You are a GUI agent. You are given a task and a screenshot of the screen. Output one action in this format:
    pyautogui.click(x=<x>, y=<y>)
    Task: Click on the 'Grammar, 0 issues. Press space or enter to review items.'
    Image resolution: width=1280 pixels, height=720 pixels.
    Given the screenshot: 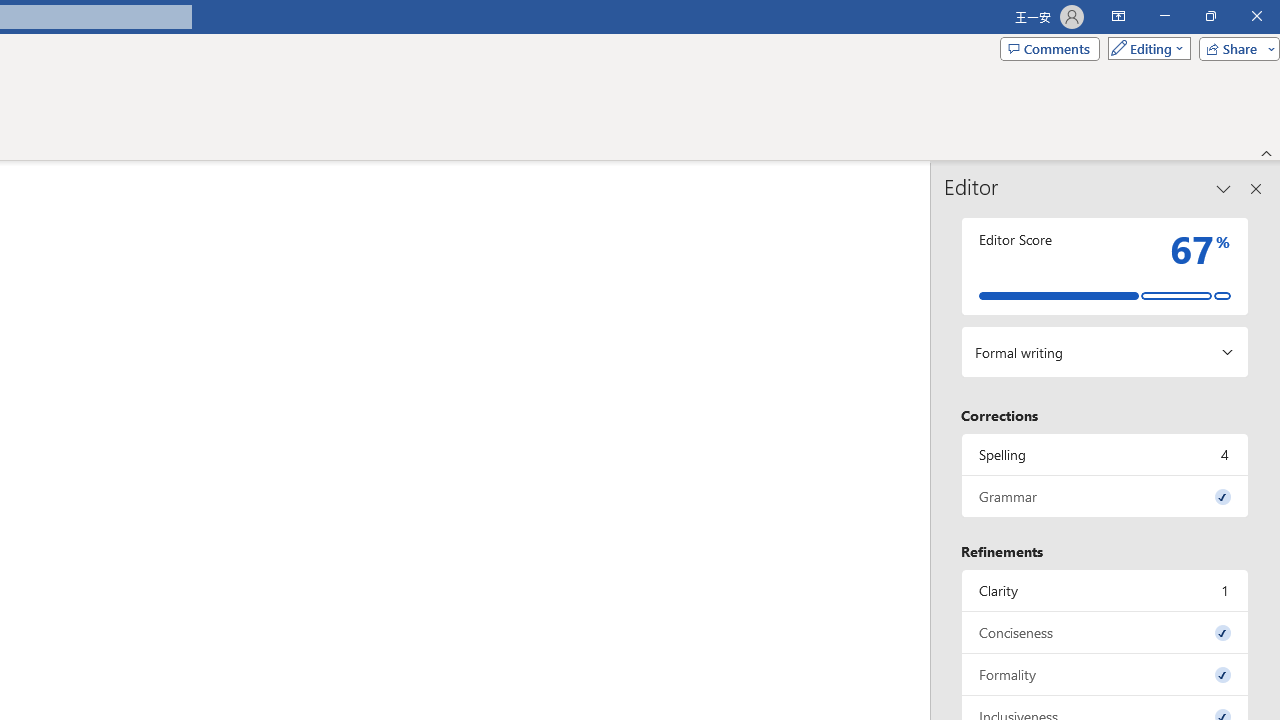 What is the action you would take?
    pyautogui.click(x=1104, y=495)
    